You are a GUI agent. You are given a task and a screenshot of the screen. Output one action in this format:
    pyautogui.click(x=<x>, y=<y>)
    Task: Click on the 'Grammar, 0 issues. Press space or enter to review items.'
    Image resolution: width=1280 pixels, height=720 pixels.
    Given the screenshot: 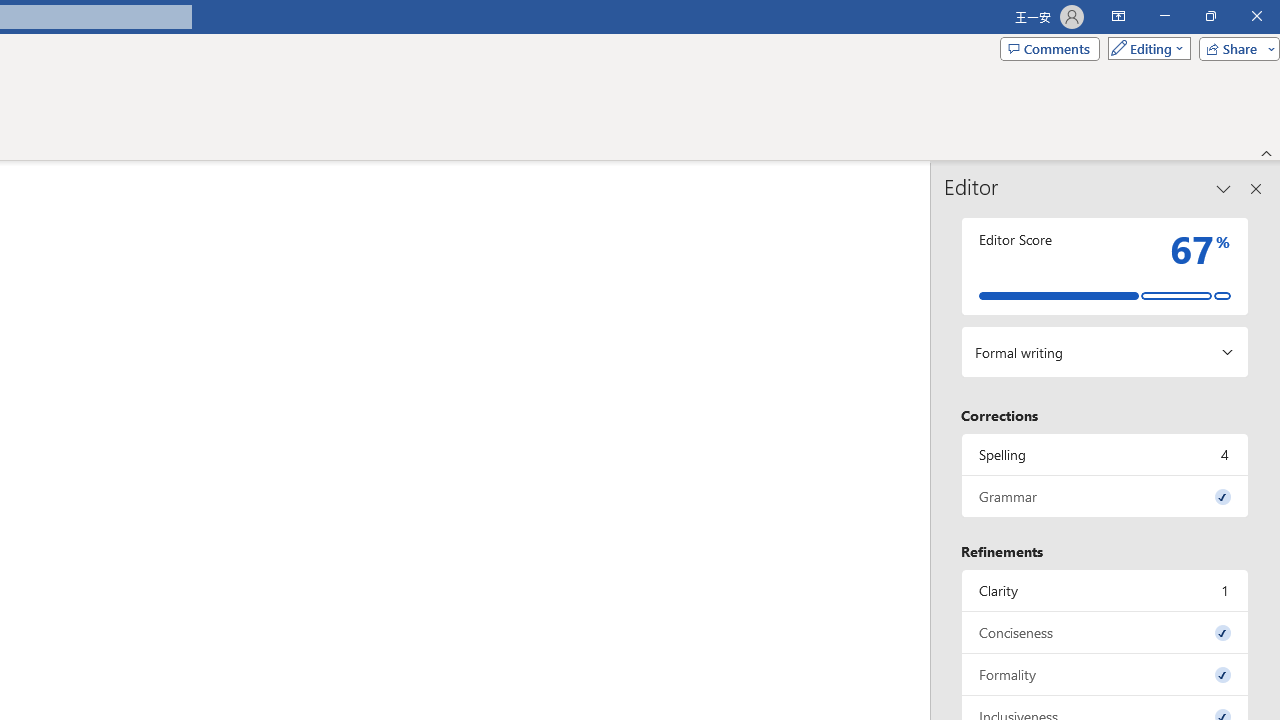 What is the action you would take?
    pyautogui.click(x=1104, y=495)
    